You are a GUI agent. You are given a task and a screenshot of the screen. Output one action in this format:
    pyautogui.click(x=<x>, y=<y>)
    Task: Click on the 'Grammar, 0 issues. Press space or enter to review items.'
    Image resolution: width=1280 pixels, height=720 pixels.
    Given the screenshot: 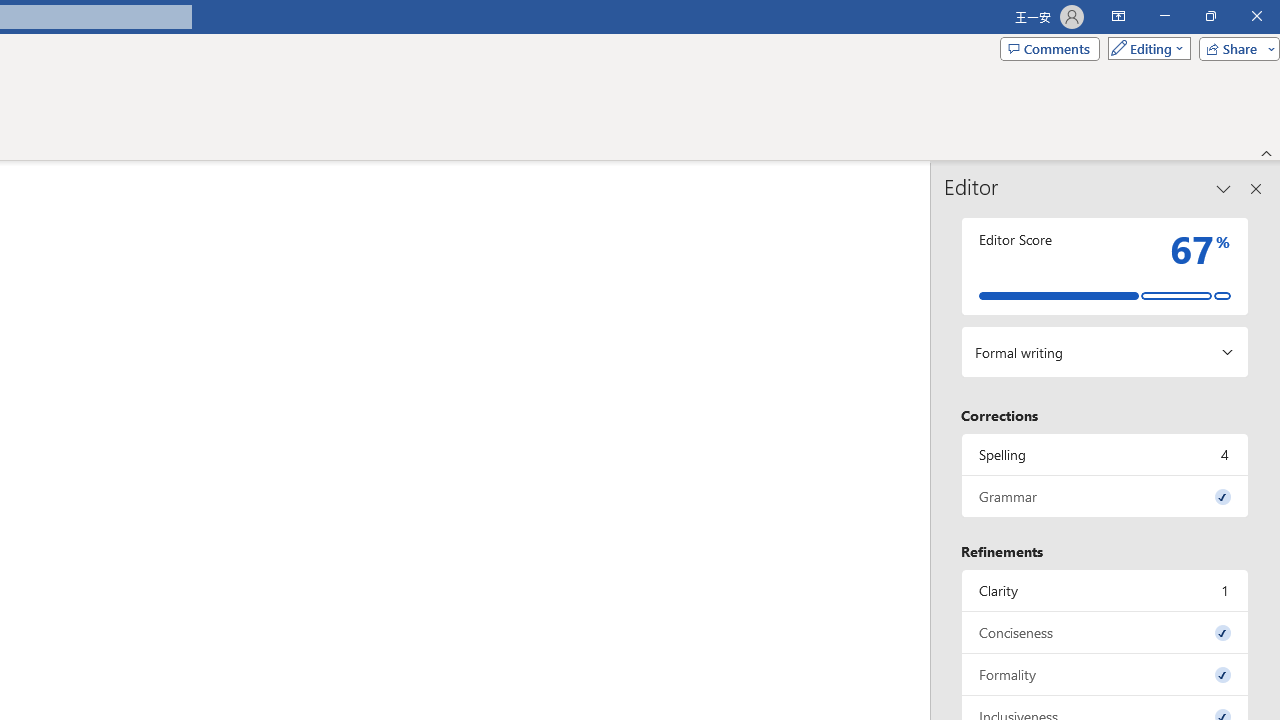 What is the action you would take?
    pyautogui.click(x=1104, y=495)
    